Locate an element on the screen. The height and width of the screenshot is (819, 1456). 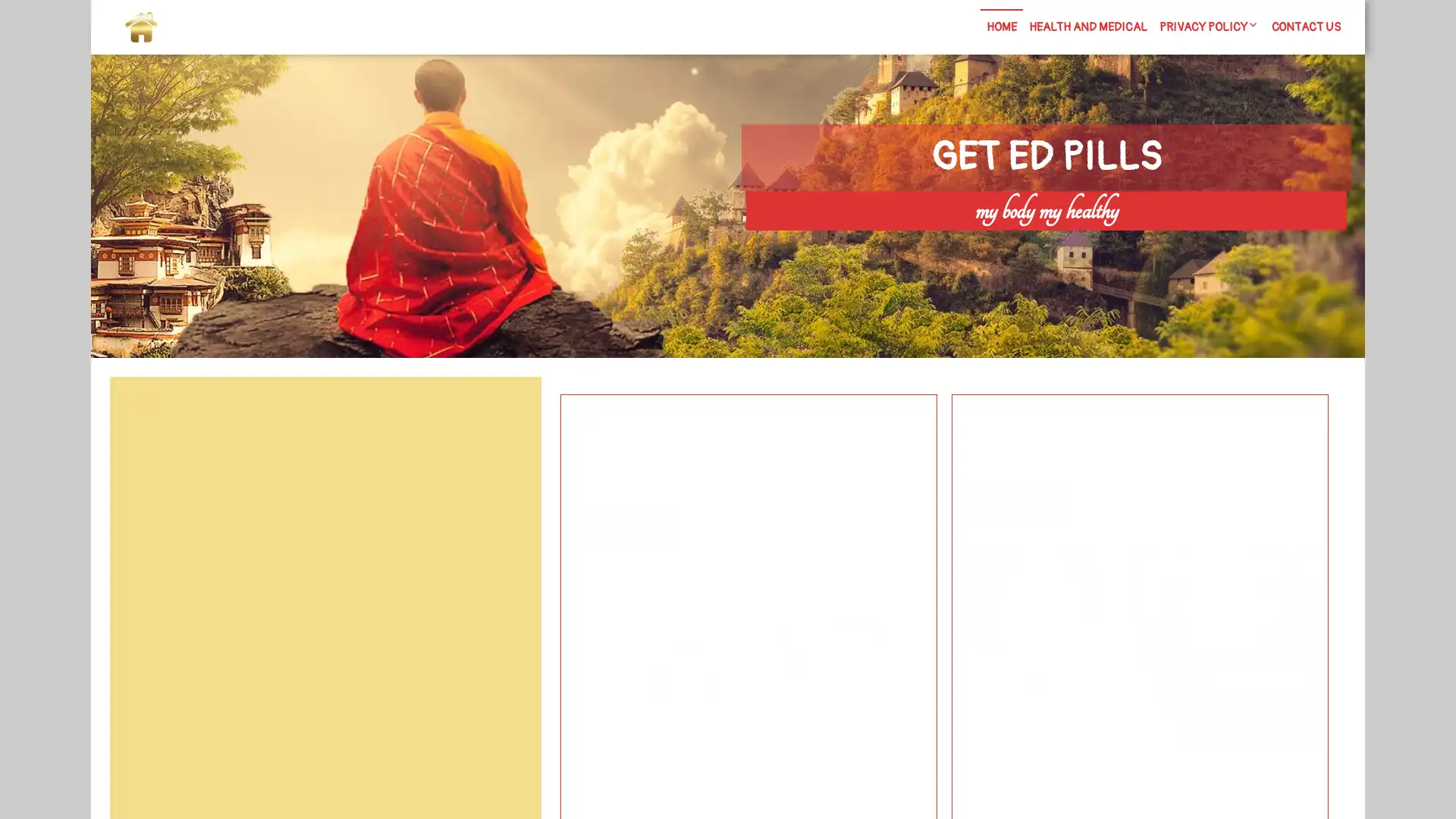
Search is located at coordinates (1181, 248).